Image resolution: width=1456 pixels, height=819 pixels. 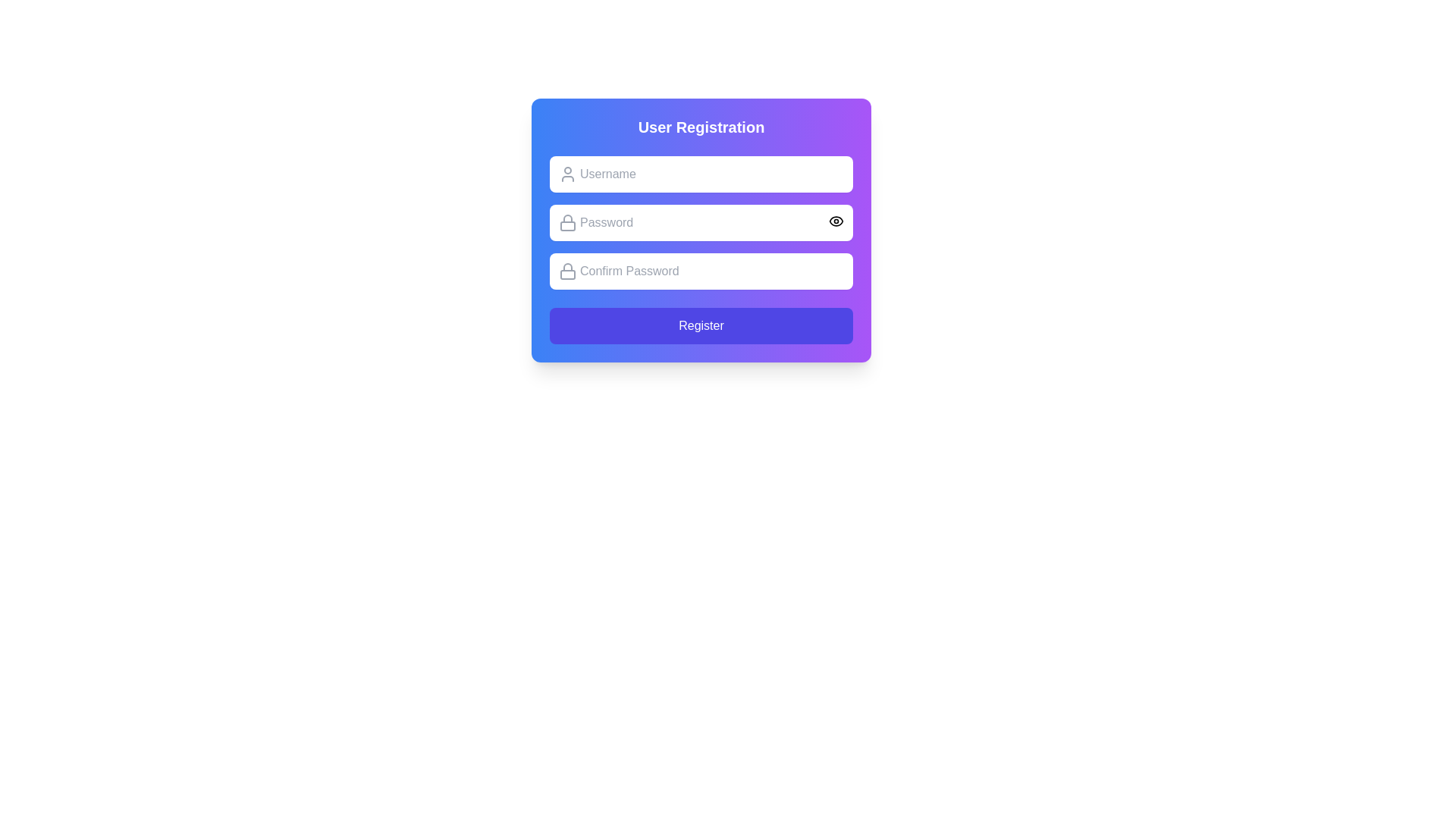 What do you see at coordinates (566, 225) in the screenshot?
I see `the bottom rectangle part of the lock icon, which represents security in the UI, located to the left of the 'Password' input field` at bounding box center [566, 225].